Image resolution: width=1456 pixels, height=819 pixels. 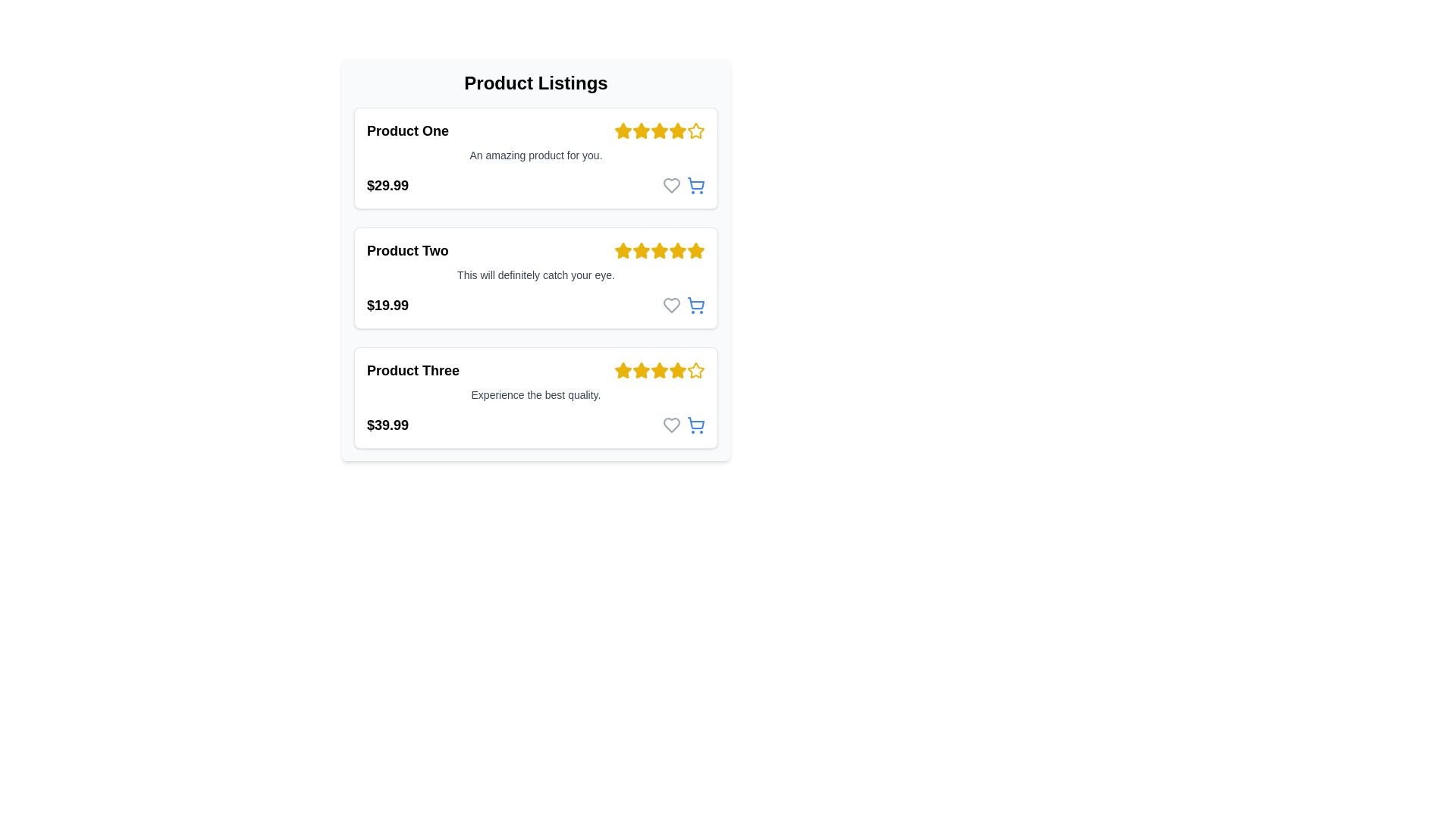 I want to click on the first star icon in the five-star rating system of 'Product One' card to indicate the rating visually, so click(x=623, y=130).